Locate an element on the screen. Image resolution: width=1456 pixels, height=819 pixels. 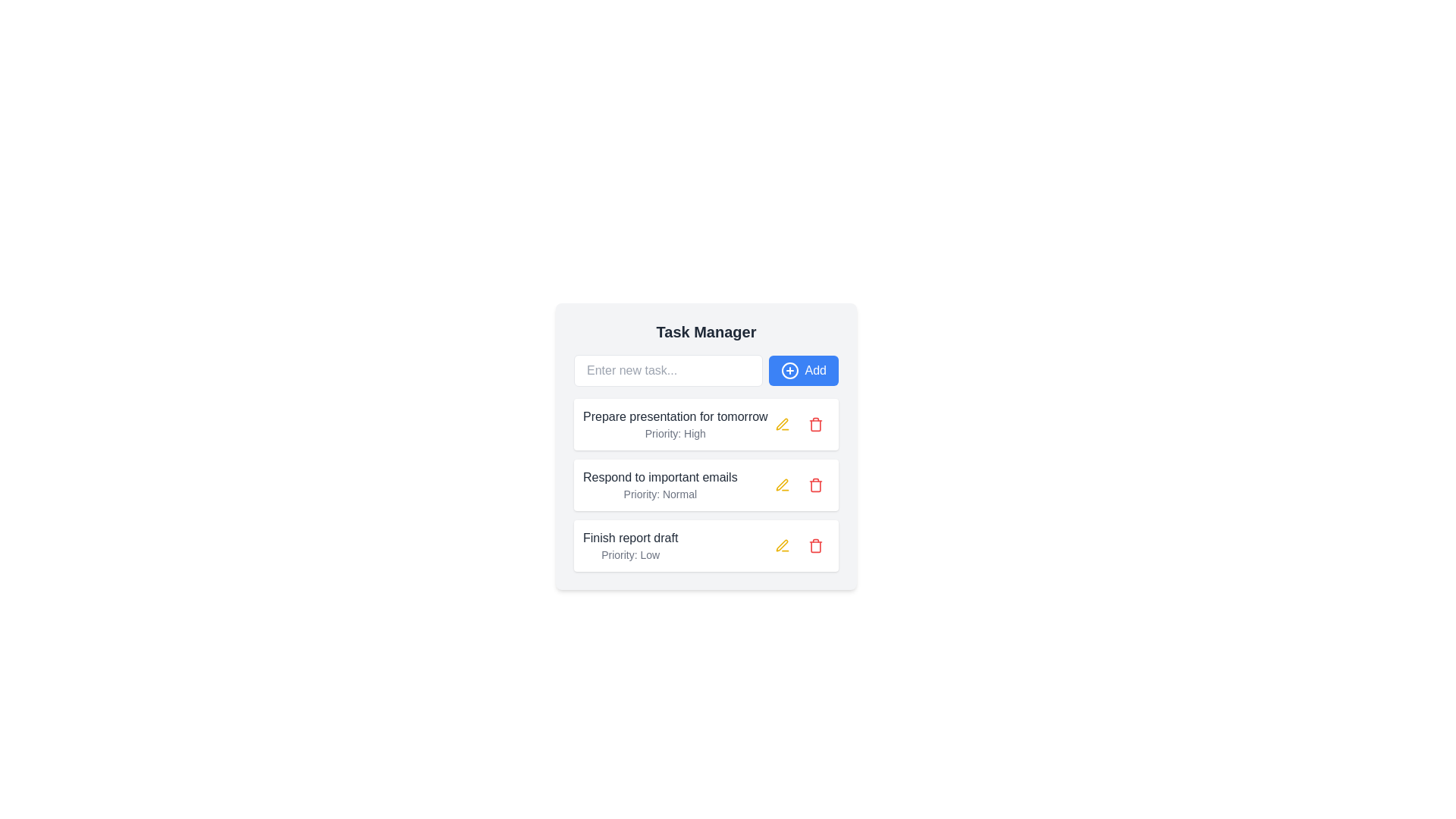
the text display element that shows 'Respond to important emails' in a bold font and 'Priority: Normal' below it is located at coordinates (660, 485).